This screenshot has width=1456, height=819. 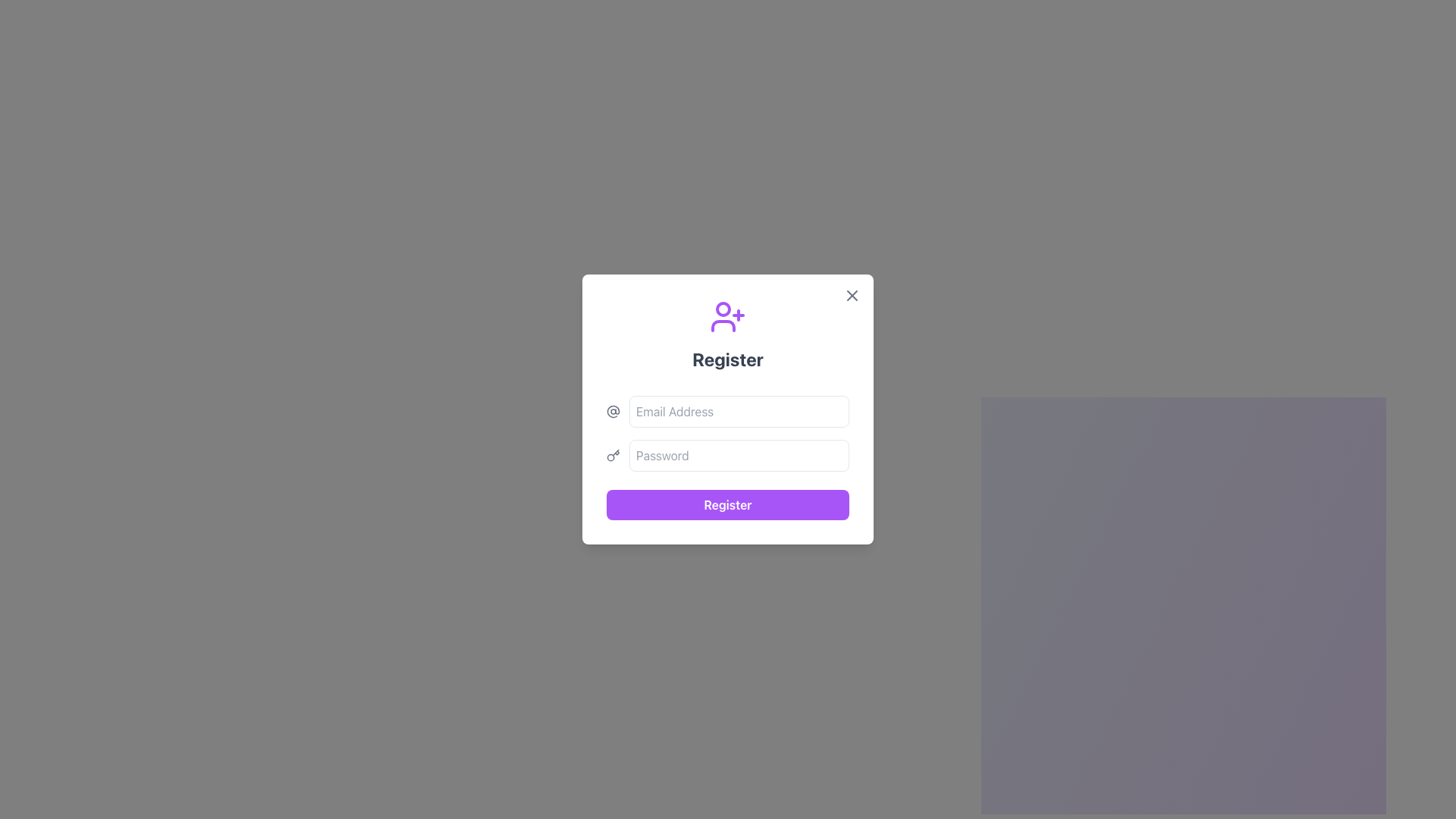 What do you see at coordinates (723, 309) in the screenshot?
I see `the circular decorative icon element within the SVG located at the top of the registration modal` at bounding box center [723, 309].